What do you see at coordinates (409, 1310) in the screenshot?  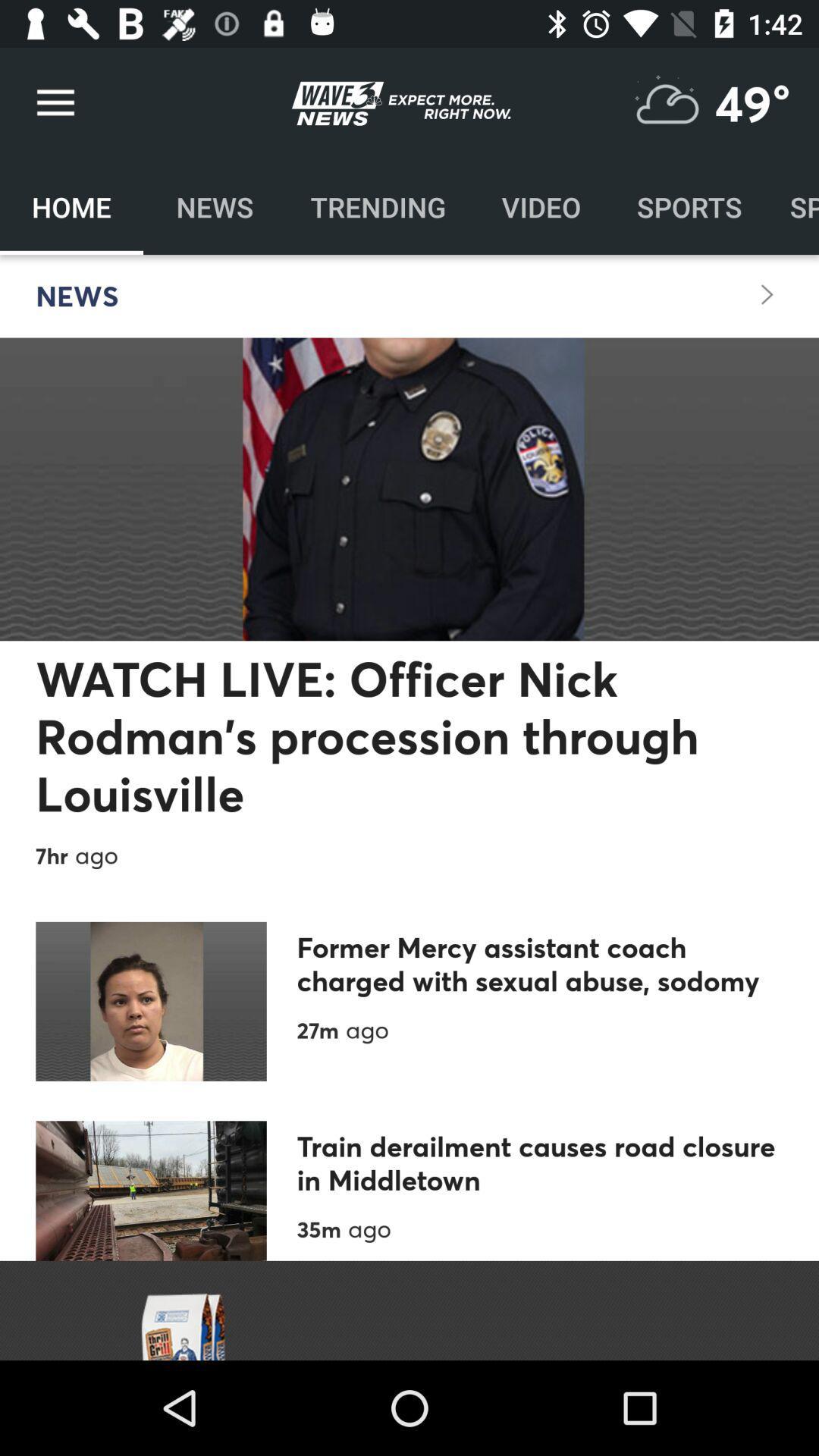 I see `advertisements` at bounding box center [409, 1310].